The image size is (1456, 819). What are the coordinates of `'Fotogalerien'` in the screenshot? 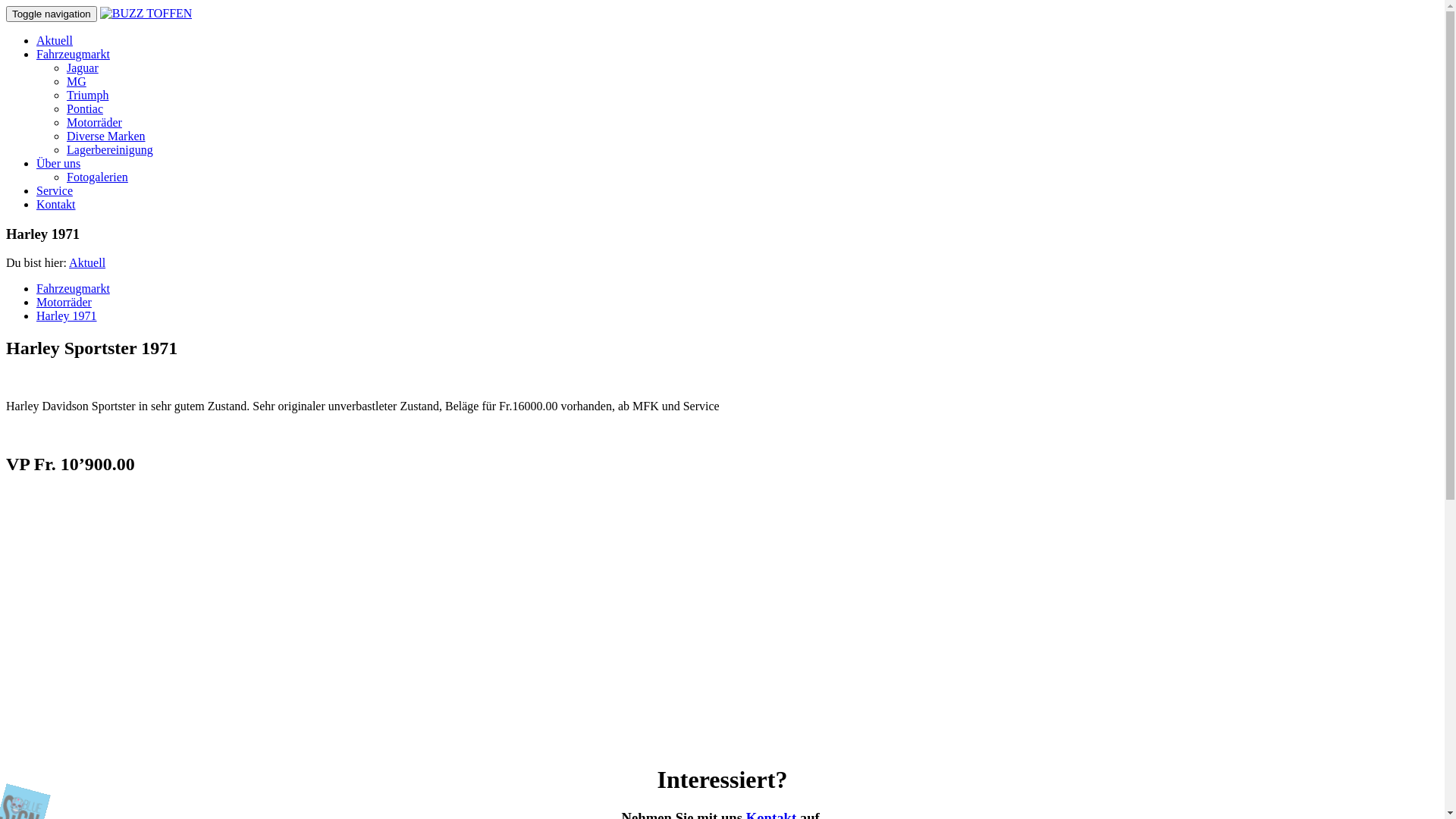 It's located at (96, 176).